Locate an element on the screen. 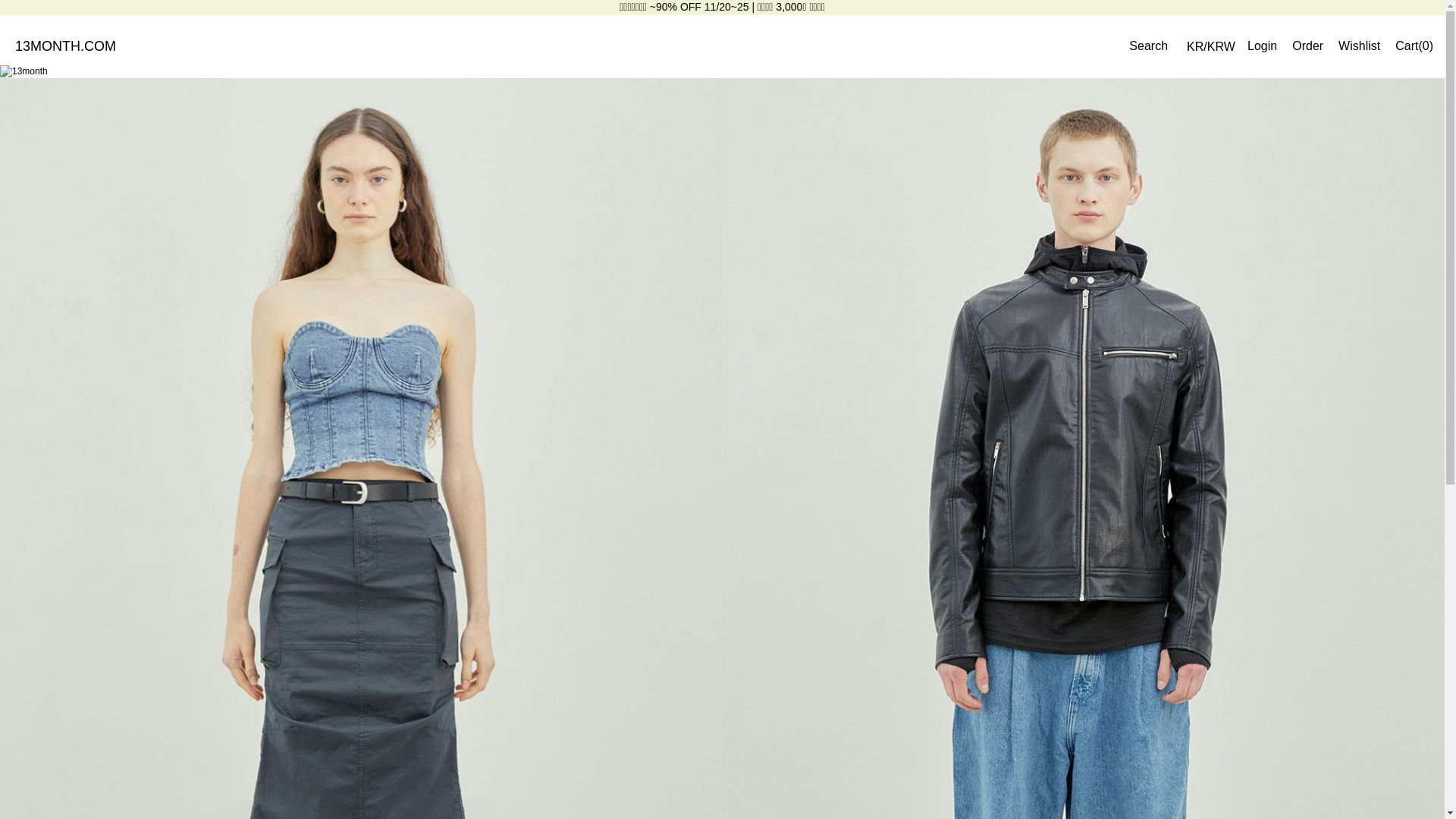 This screenshot has height=819, width=1456. 'KR/KRW' is located at coordinates (1210, 45).